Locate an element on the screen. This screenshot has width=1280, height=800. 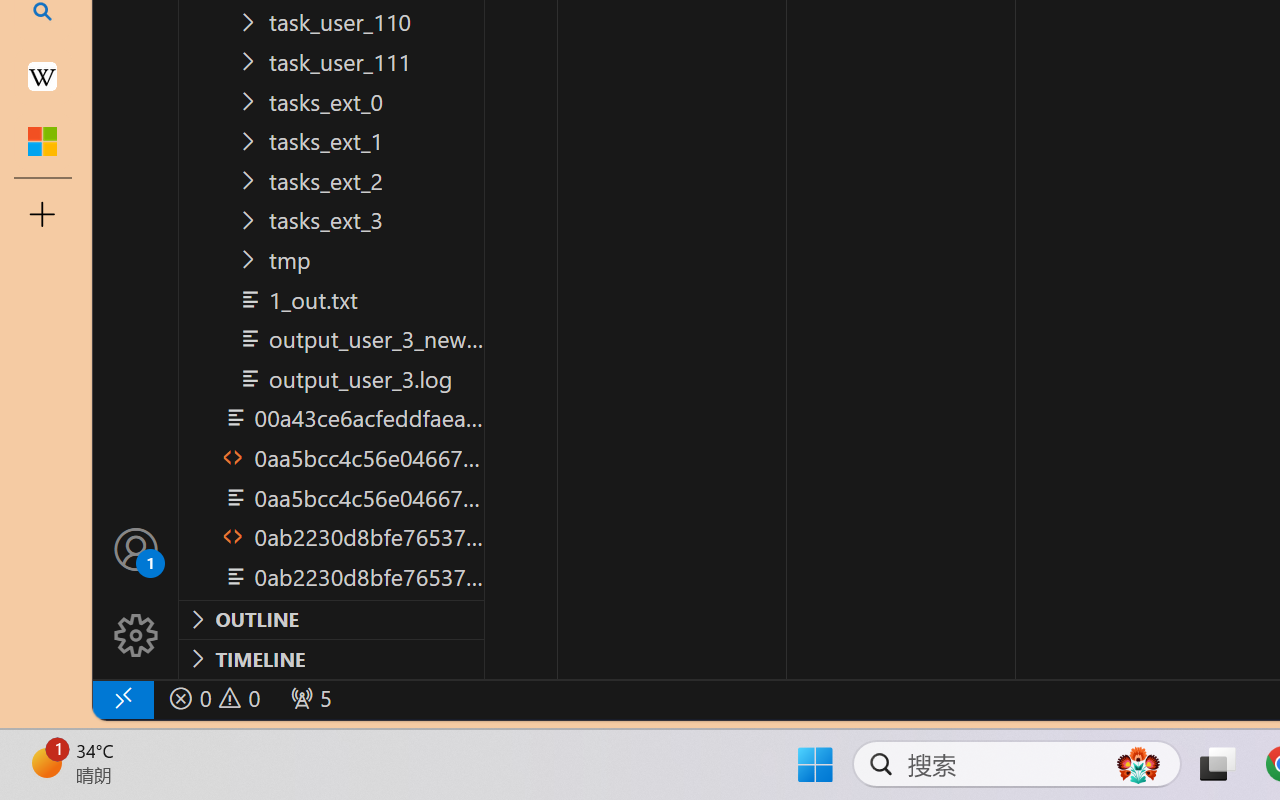
'Outline Section' is located at coordinates (331, 619).